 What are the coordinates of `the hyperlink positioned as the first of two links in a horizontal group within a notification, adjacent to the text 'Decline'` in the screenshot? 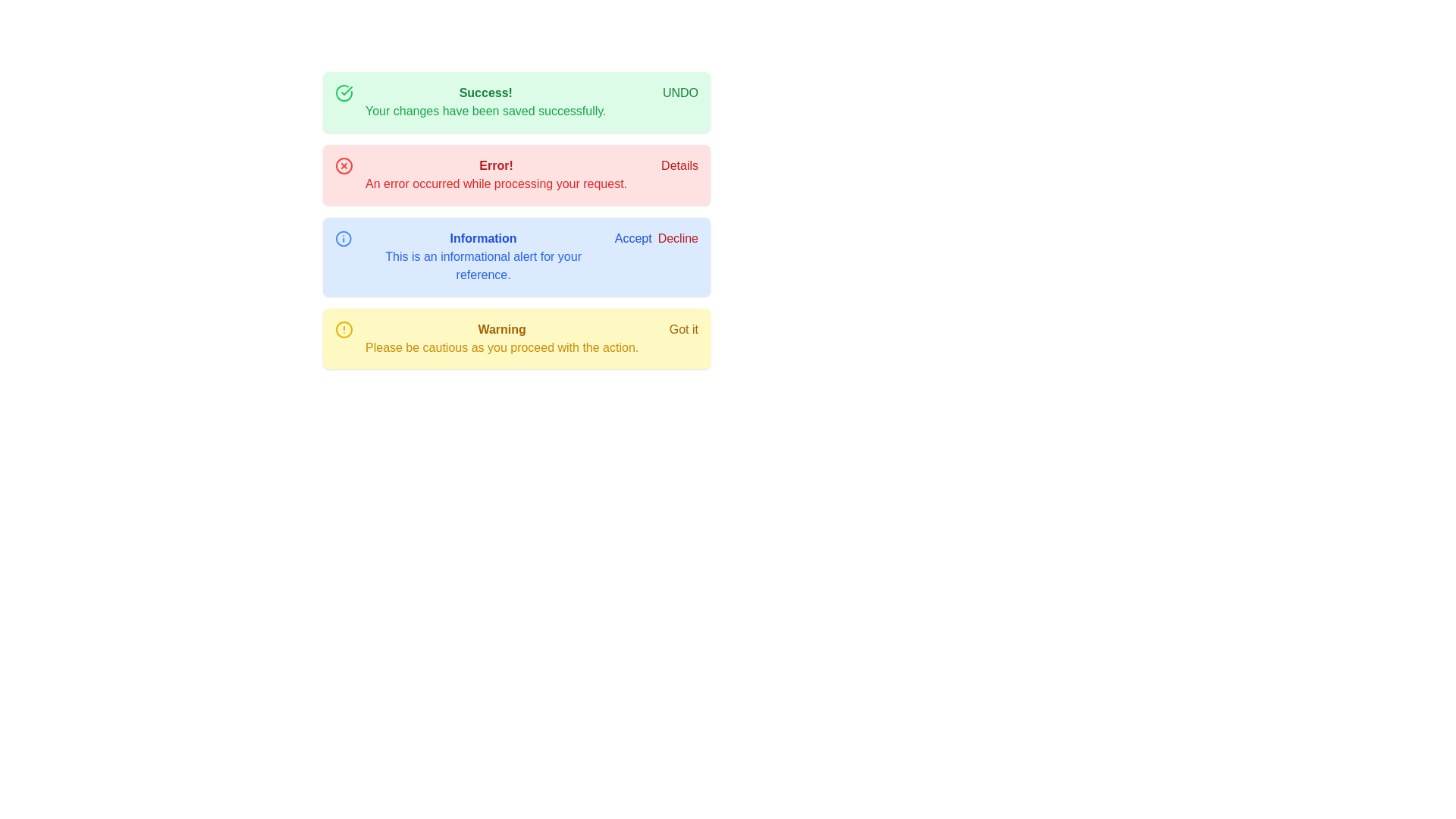 It's located at (633, 239).